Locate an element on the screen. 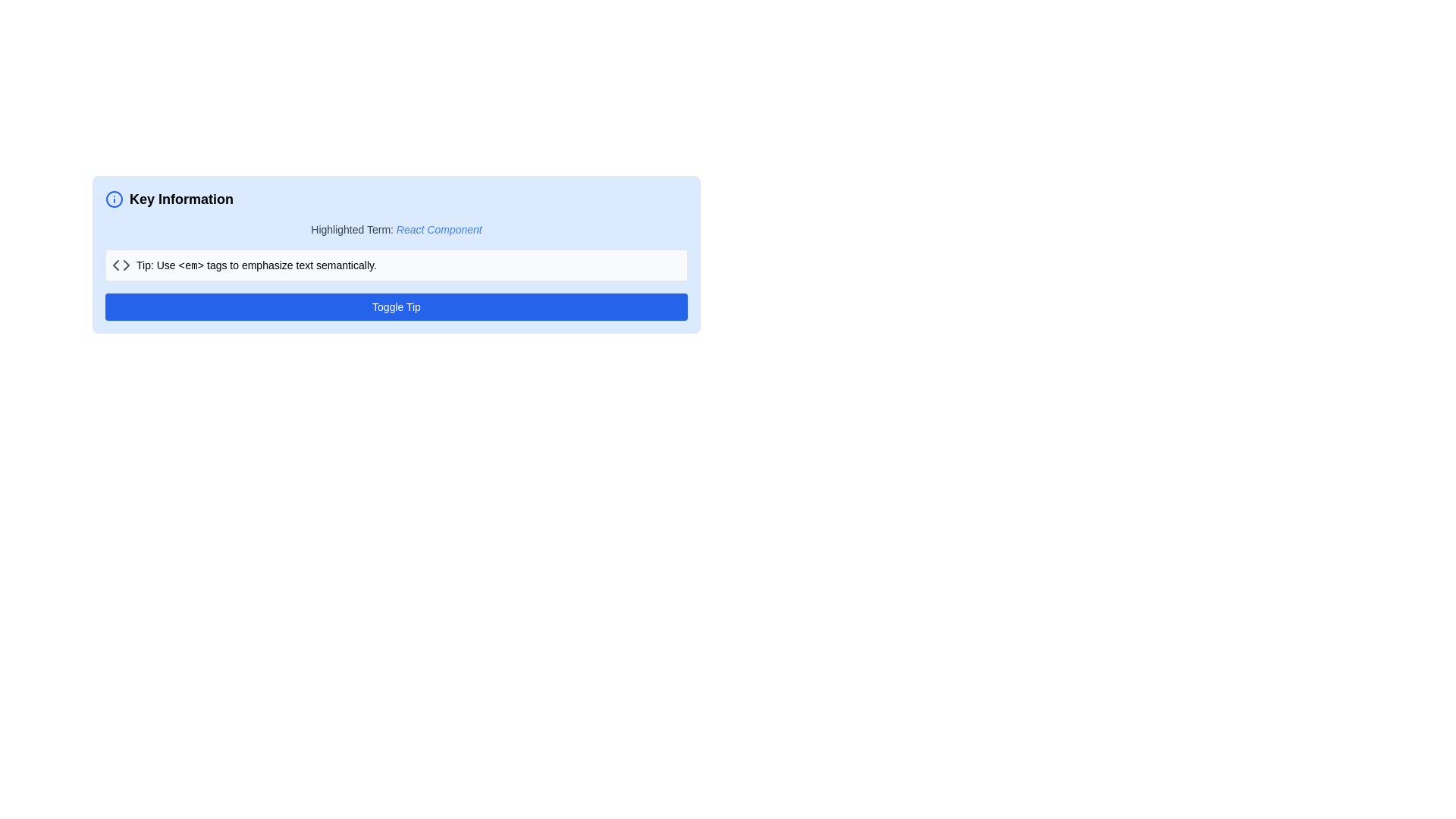  highlighted text snippet that is styled in blue color and reads 'React Component', located on a light blue background panel is located at coordinates (438, 230).